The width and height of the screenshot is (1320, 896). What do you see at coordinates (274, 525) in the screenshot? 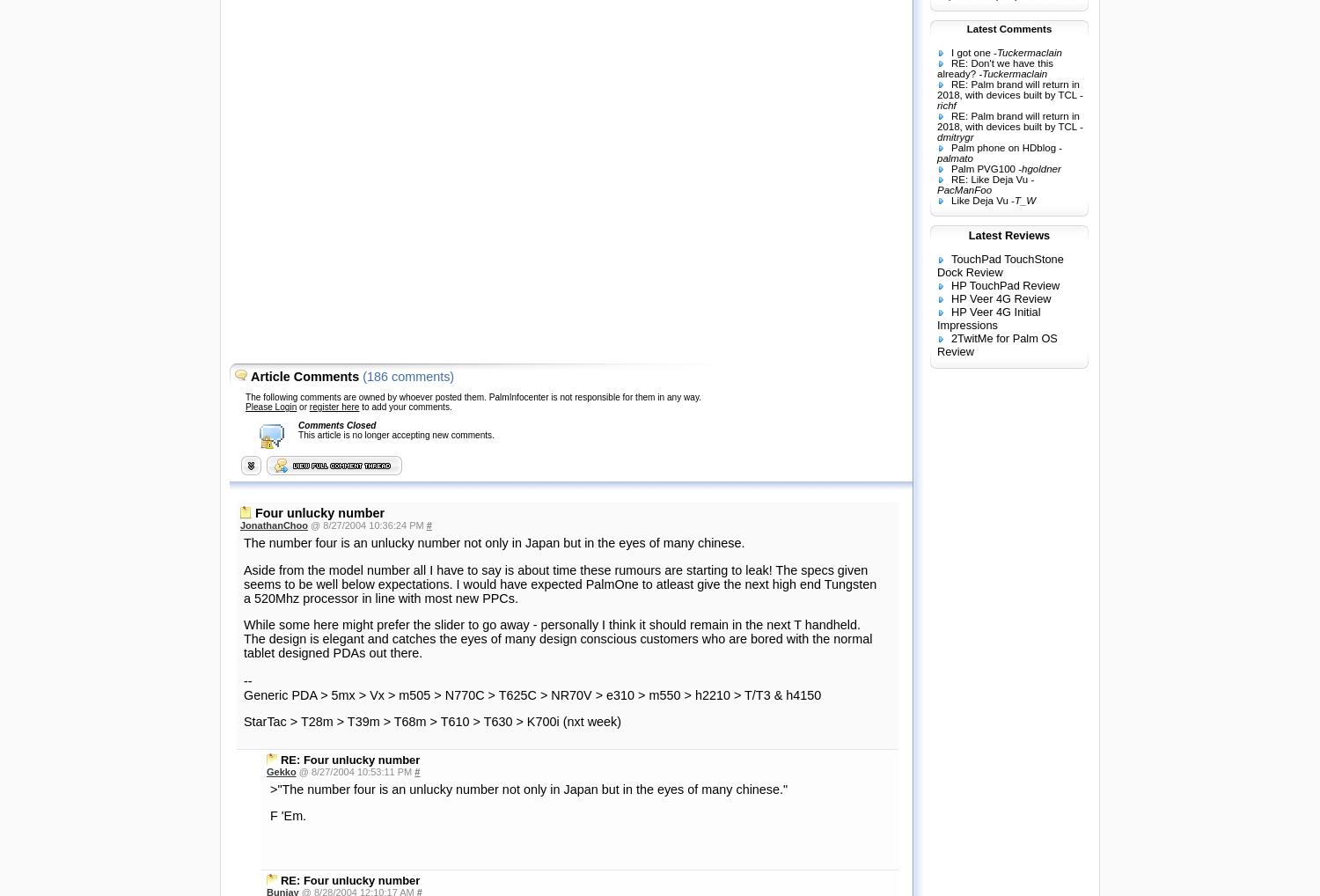
I see `'JonathanChoo'` at bounding box center [274, 525].